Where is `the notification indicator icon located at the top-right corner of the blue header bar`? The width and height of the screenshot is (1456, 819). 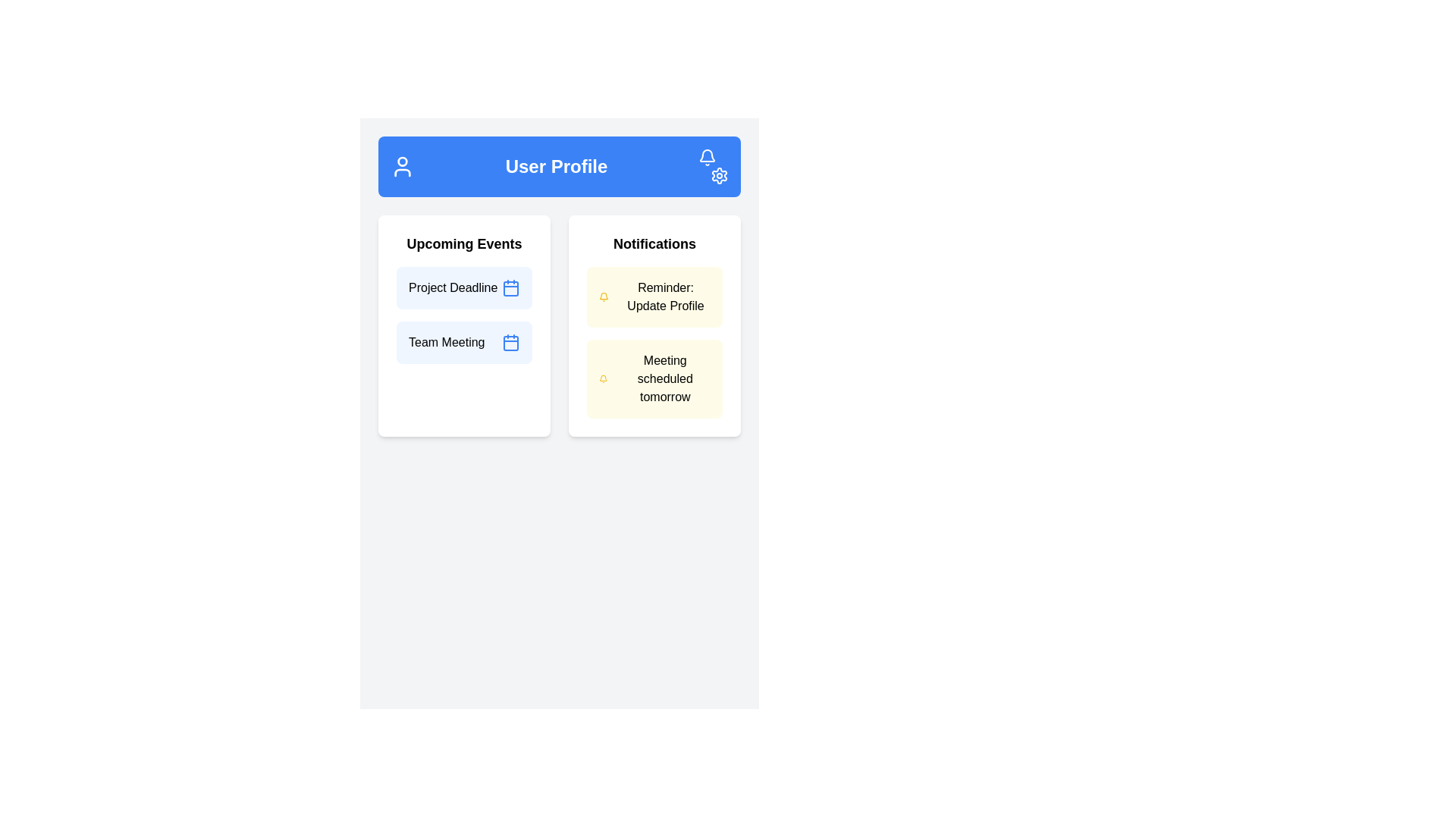
the notification indicator icon located at the top-right corner of the blue header bar is located at coordinates (706, 158).